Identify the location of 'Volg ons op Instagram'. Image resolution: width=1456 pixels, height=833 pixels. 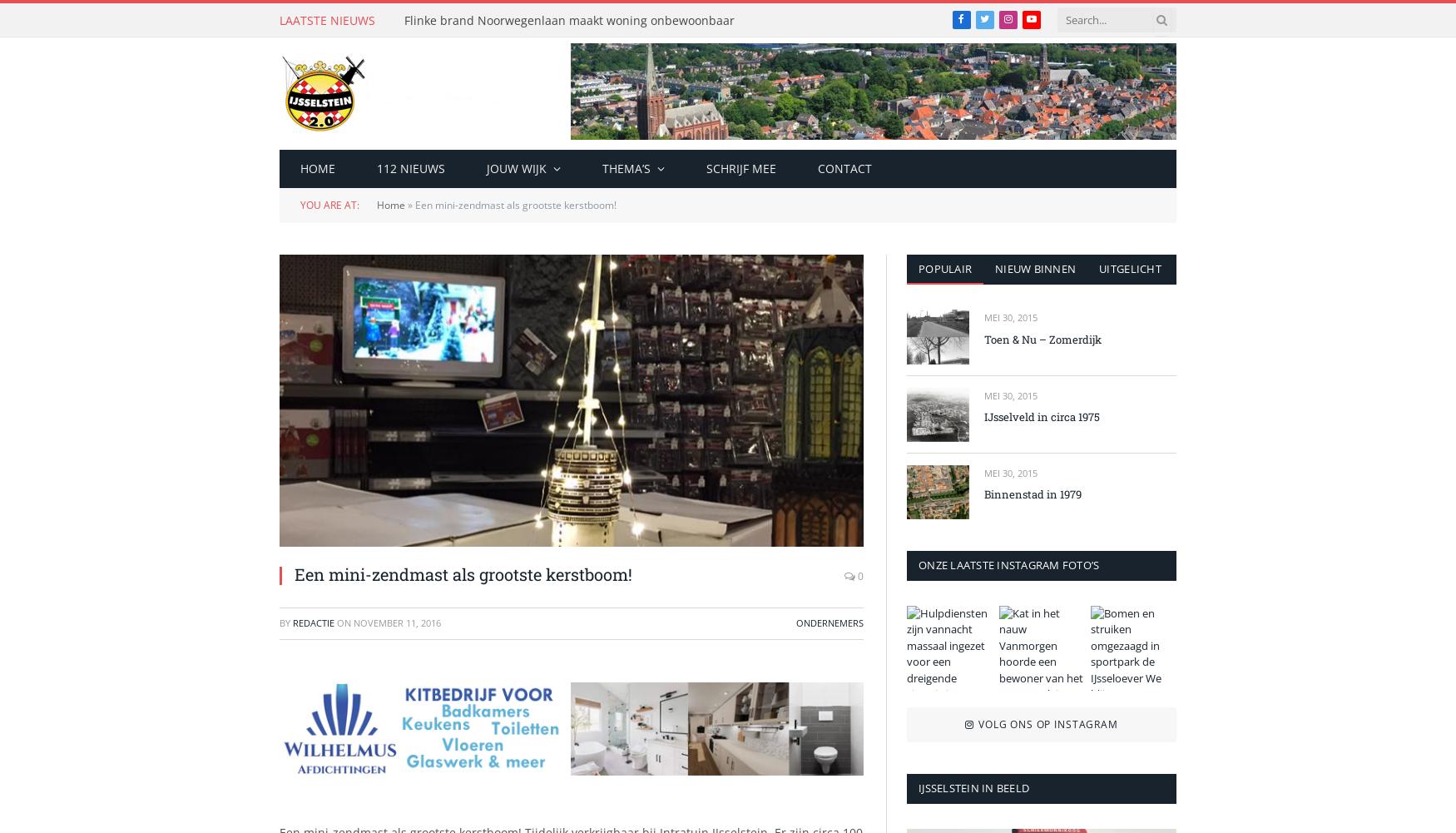
(1047, 724).